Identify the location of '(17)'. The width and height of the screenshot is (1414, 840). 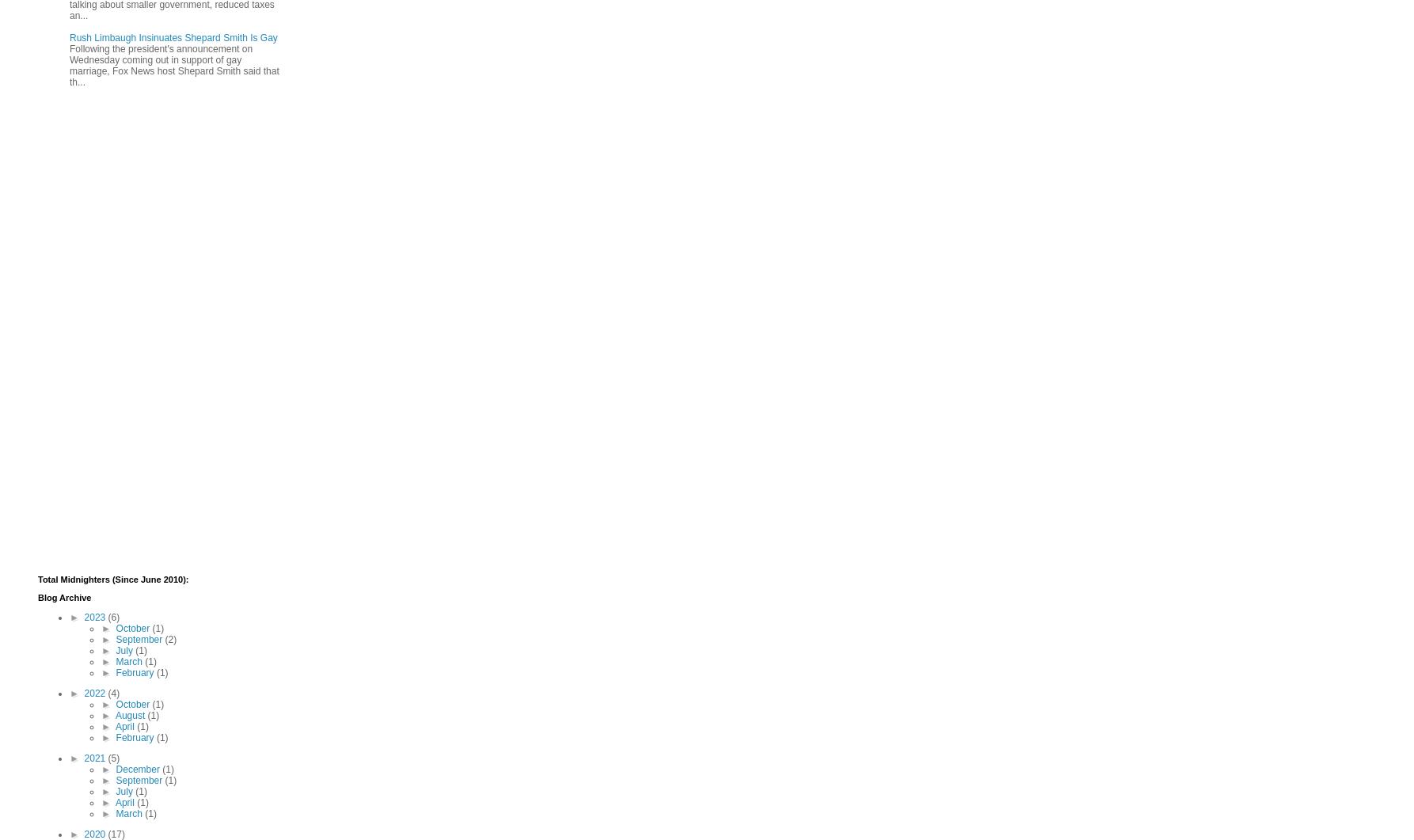
(116, 833).